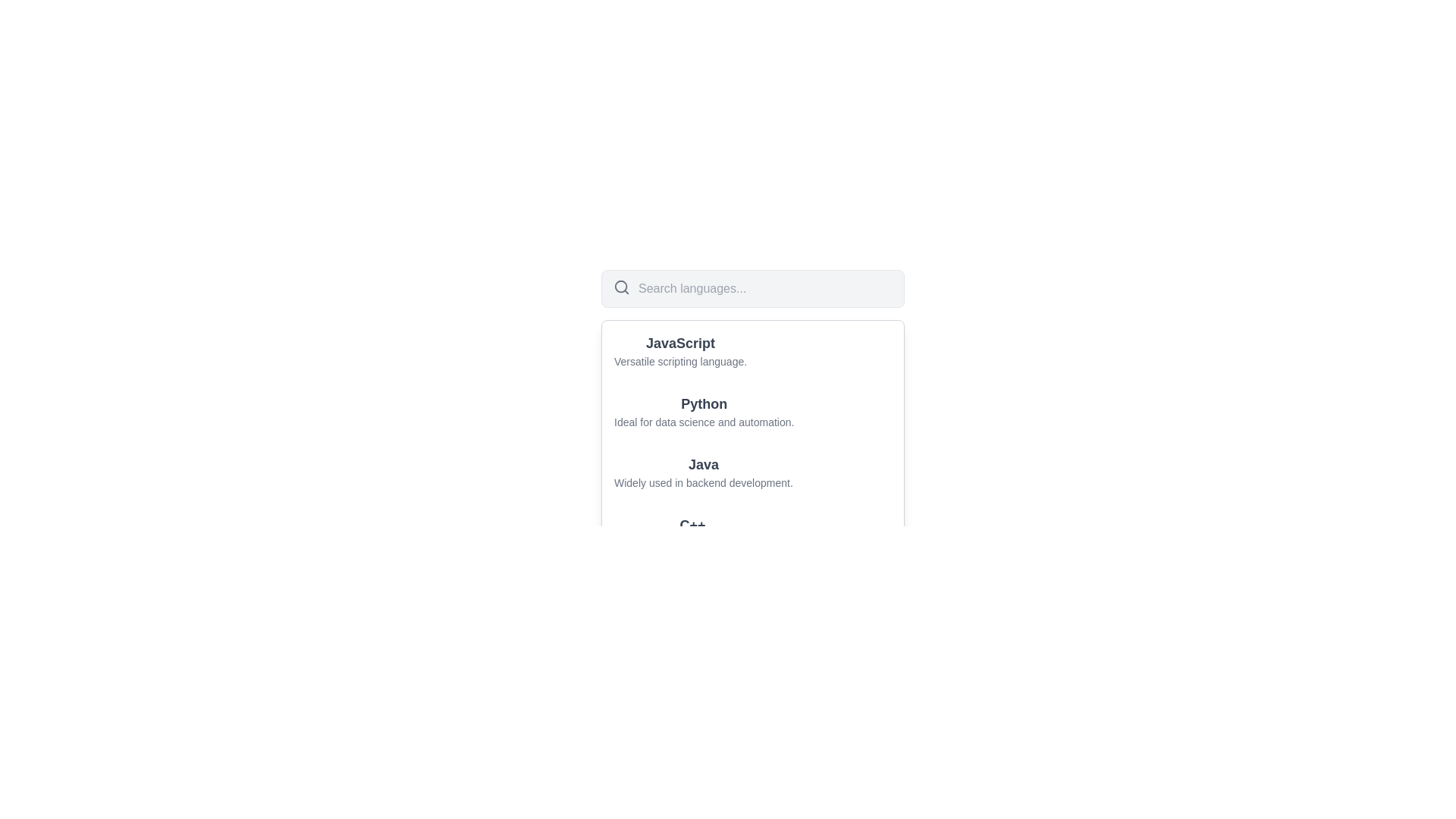 This screenshot has width=1456, height=819. Describe the element at coordinates (622, 287) in the screenshot. I see `the gray magnifying glass icon that represents search functionality, located above the 'Search languages...' input field` at that location.